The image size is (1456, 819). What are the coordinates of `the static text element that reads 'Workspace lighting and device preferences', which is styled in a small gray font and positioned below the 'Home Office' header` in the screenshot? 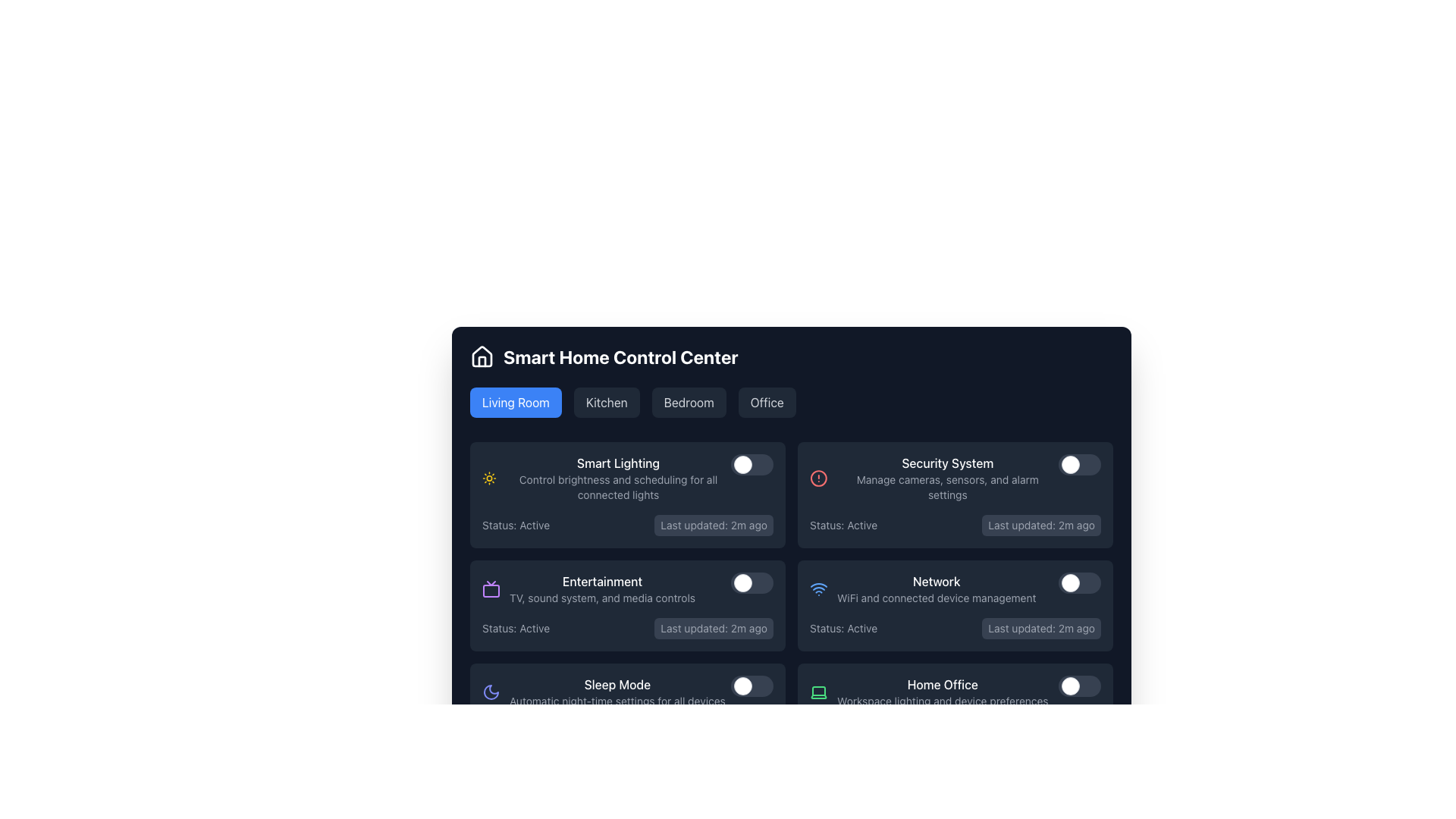 It's located at (942, 701).